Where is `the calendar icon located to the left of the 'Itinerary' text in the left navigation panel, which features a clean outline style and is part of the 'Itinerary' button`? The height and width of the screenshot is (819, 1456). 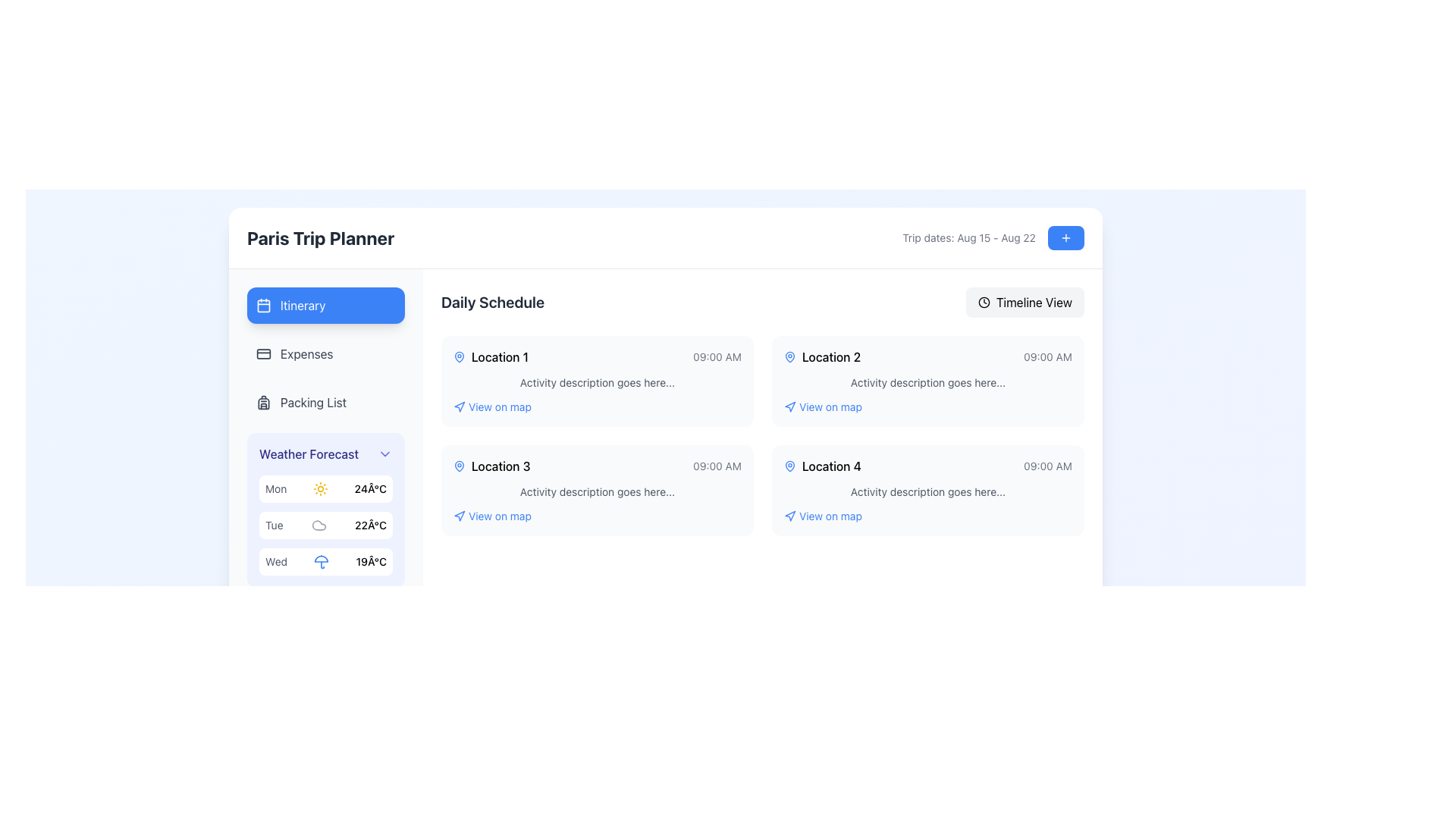
the calendar icon located to the left of the 'Itinerary' text in the left navigation panel, which features a clean outline style and is part of the 'Itinerary' button is located at coordinates (263, 305).